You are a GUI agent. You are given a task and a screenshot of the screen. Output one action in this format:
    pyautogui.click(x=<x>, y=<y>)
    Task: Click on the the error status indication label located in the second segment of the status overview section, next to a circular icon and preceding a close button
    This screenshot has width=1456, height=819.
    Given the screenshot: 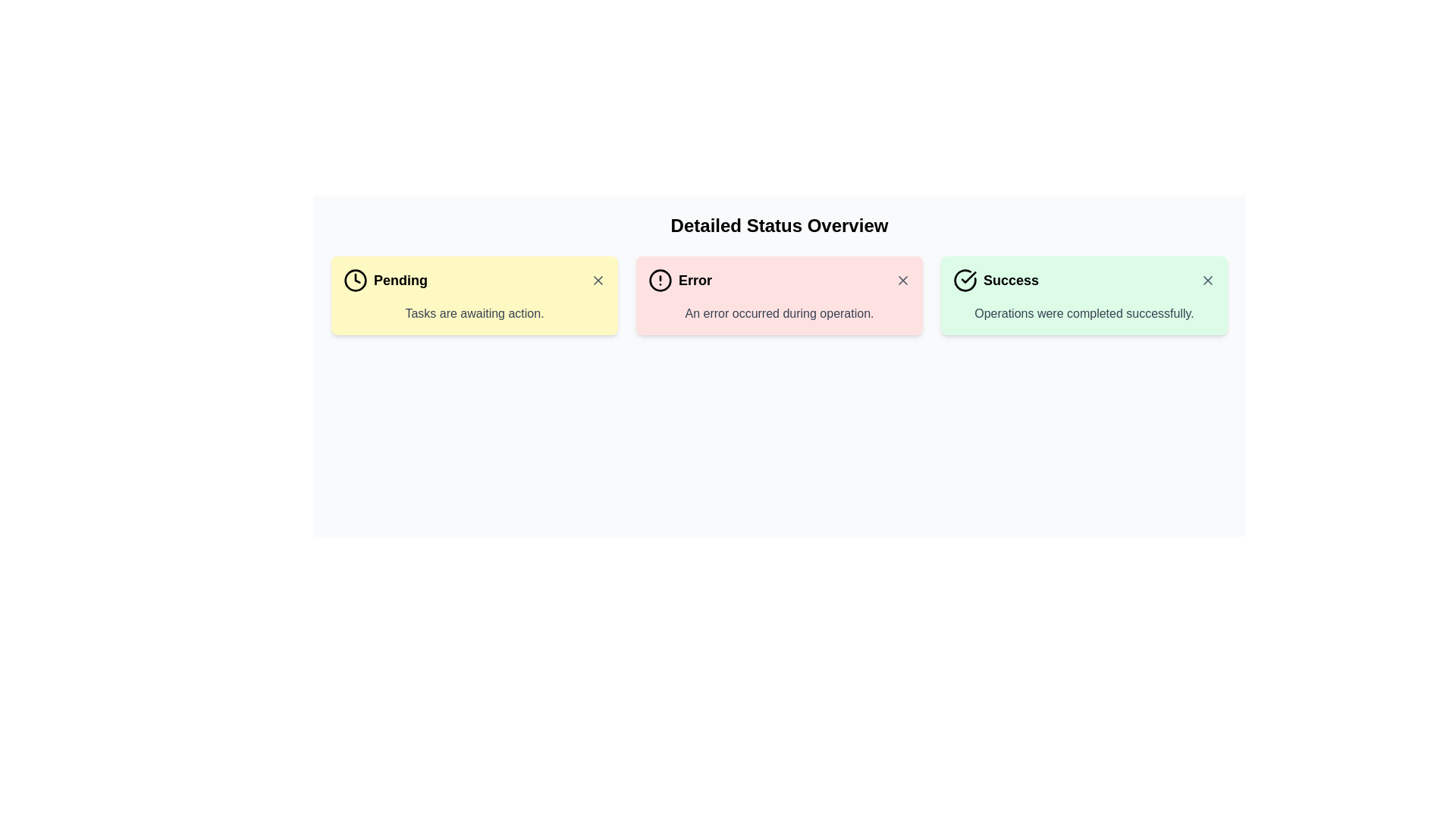 What is the action you would take?
    pyautogui.click(x=679, y=281)
    